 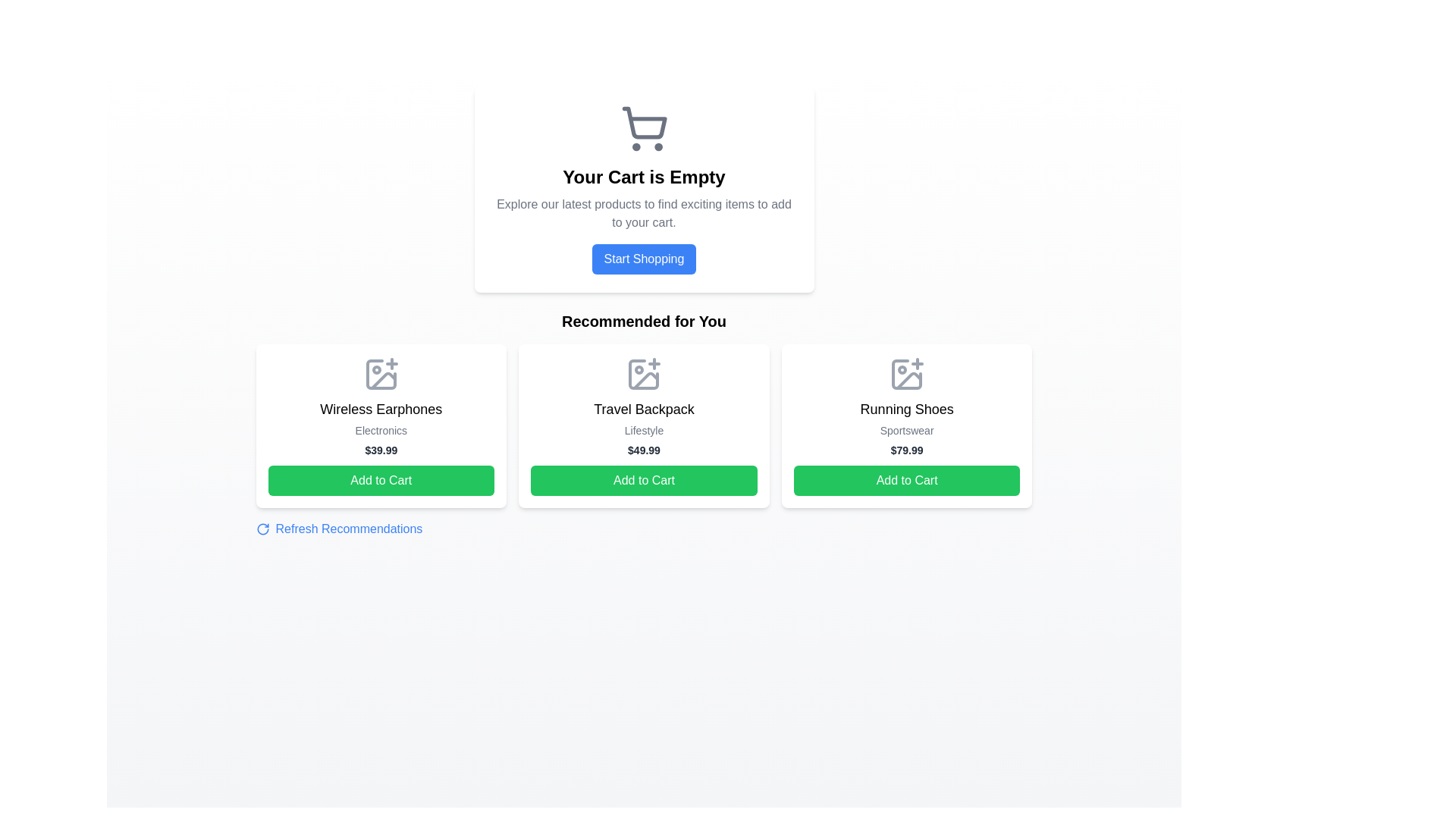 What do you see at coordinates (907, 430) in the screenshot?
I see `the static text label reading 'Sportswear' located below the 'Running Shoes' title in the bottom-right card of the 'Recommended for You' section` at bounding box center [907, 430].